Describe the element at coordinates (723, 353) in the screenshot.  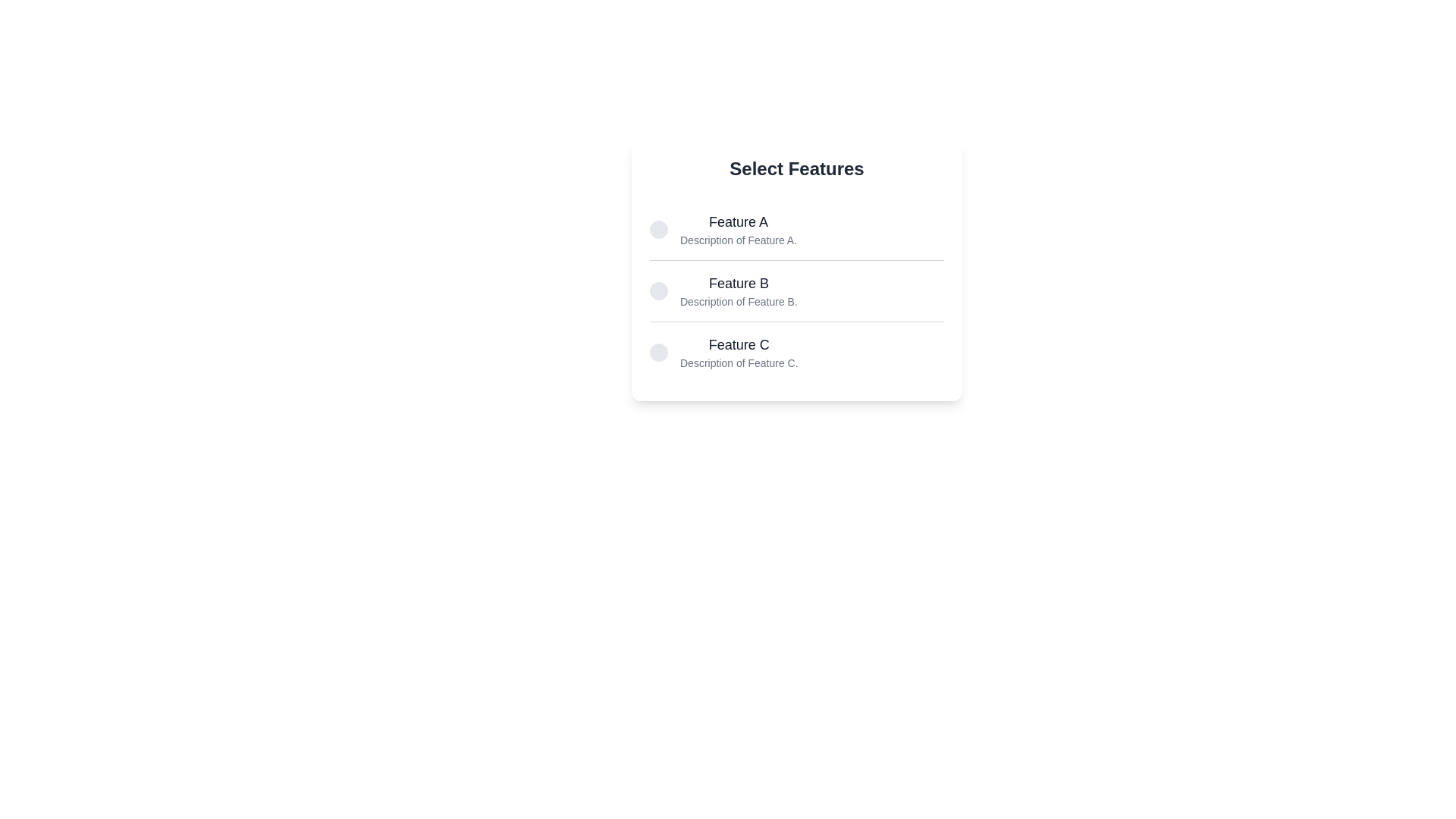
I see `the third list item labeled 'Feature C'` at that location.